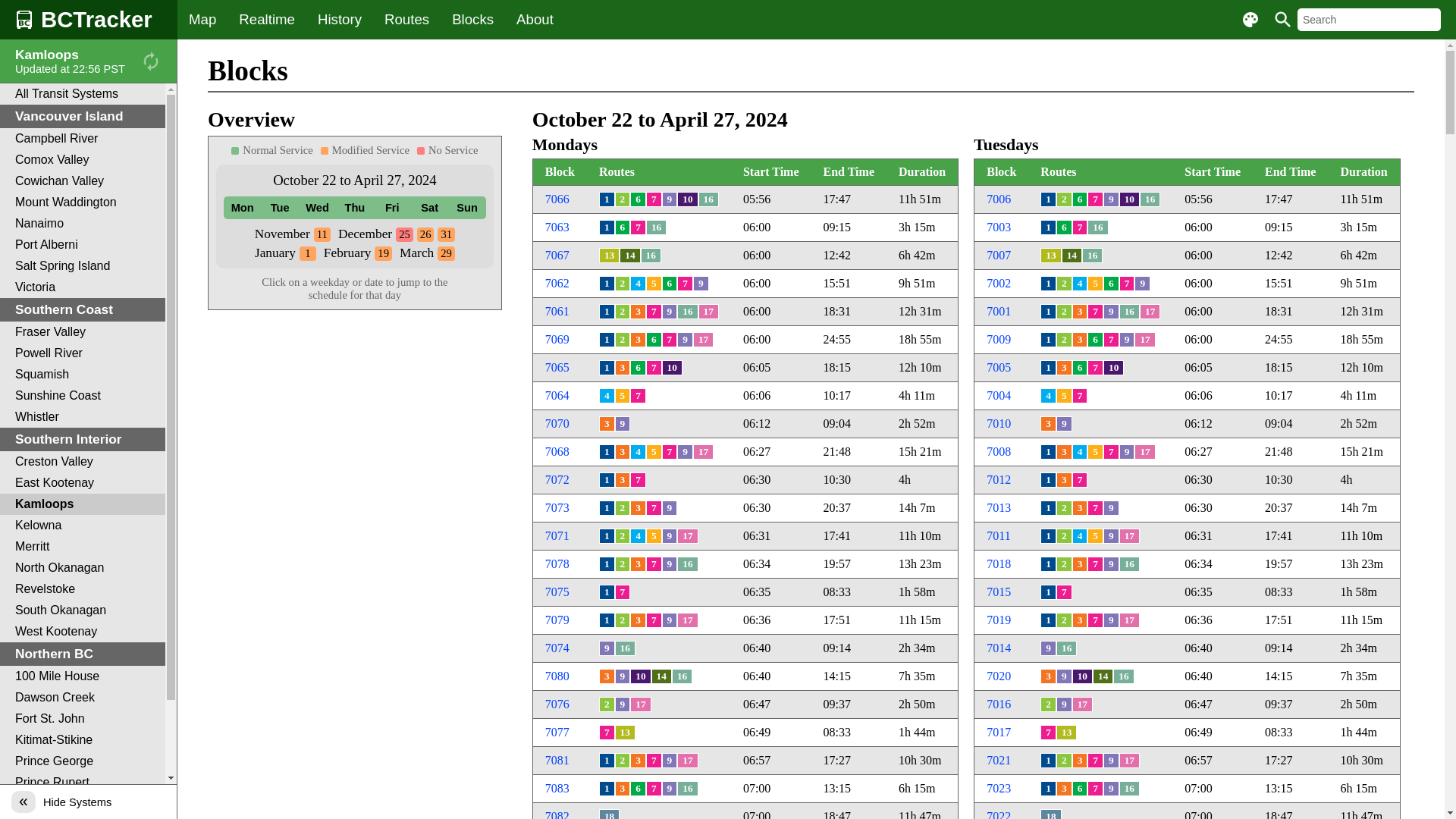 The height and width of the screenshot is (819, 1456). Describe the element at coordinates (686, 535) in the screenshot. I see `'17'` at that location.